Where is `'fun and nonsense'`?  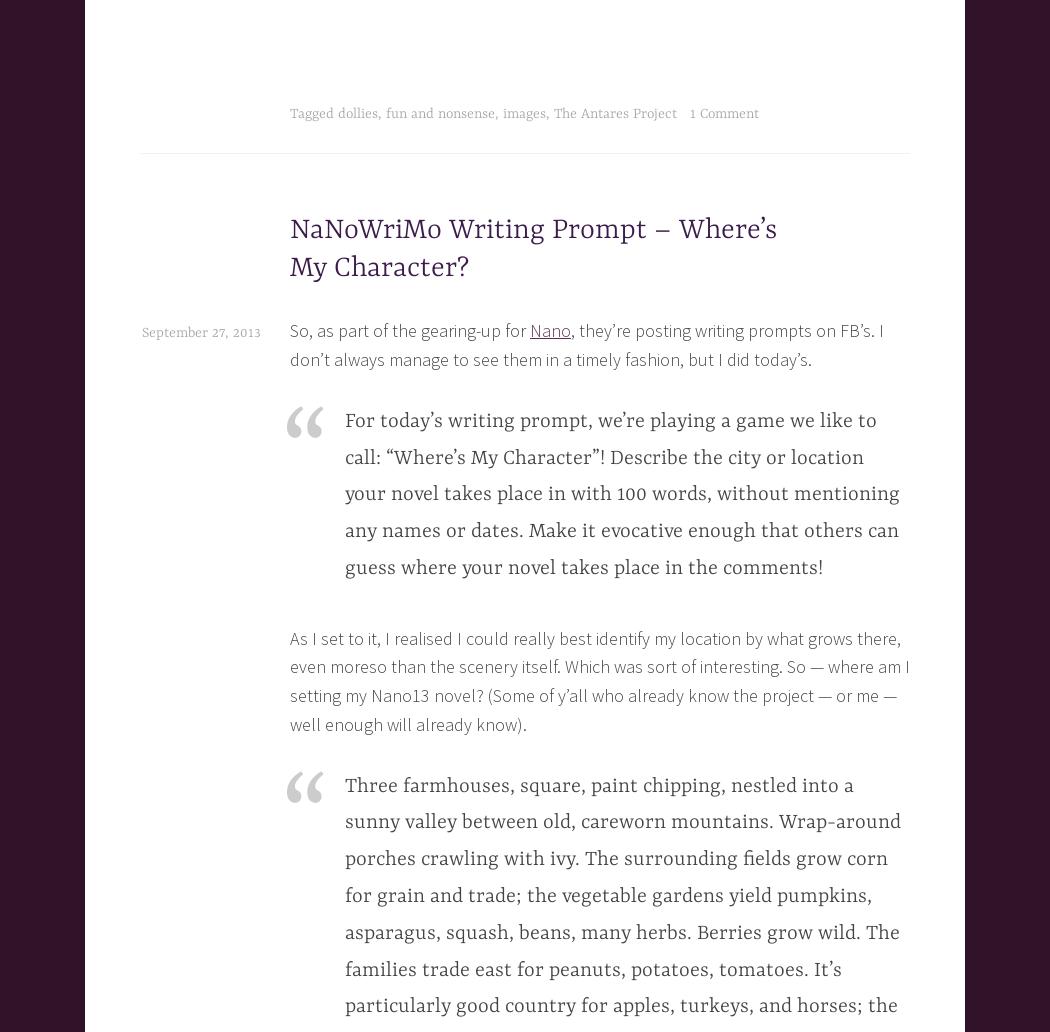
'fun and nonsense' is located at coordinates (439, 114).